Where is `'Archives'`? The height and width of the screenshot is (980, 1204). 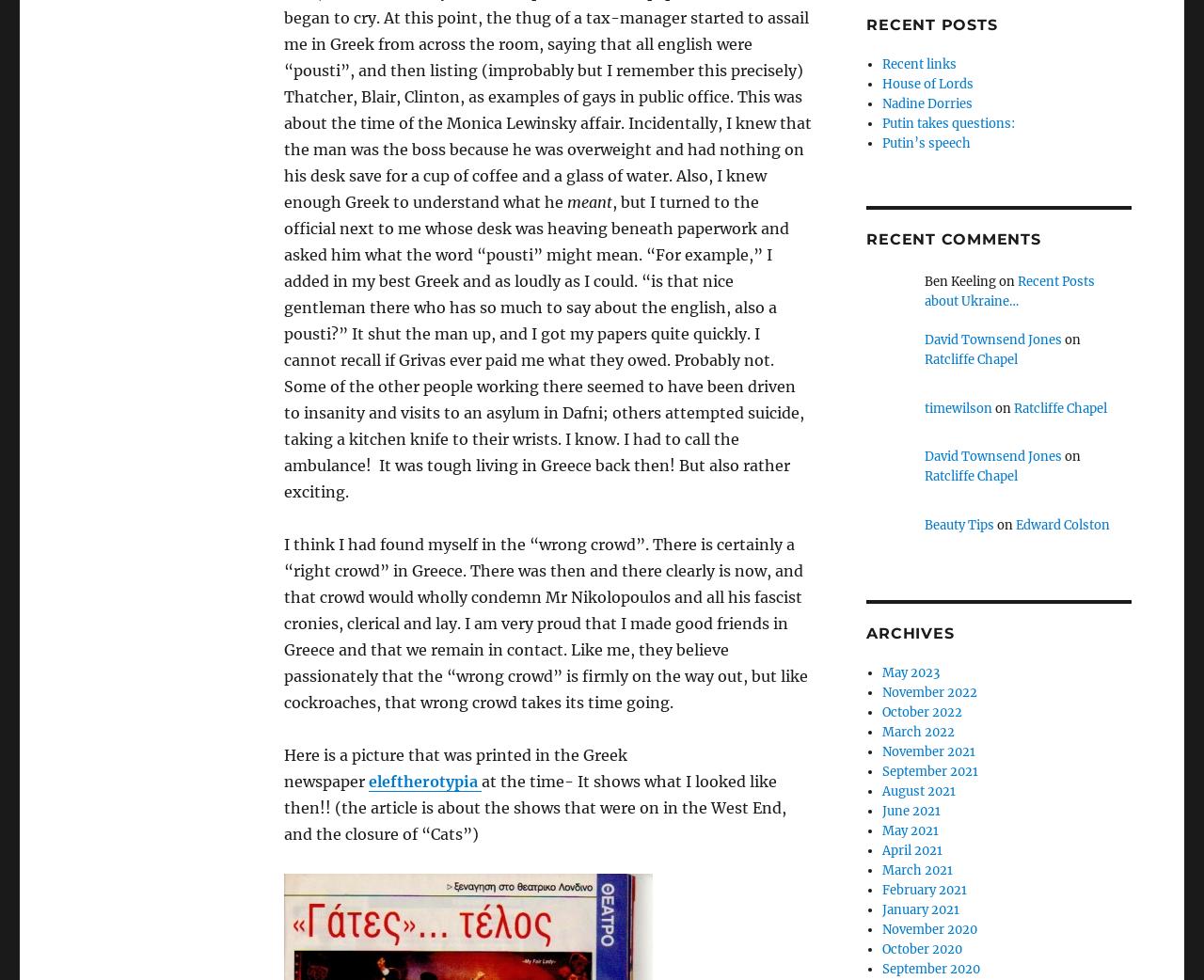
'Archives' is located at coordinates (910, 633).